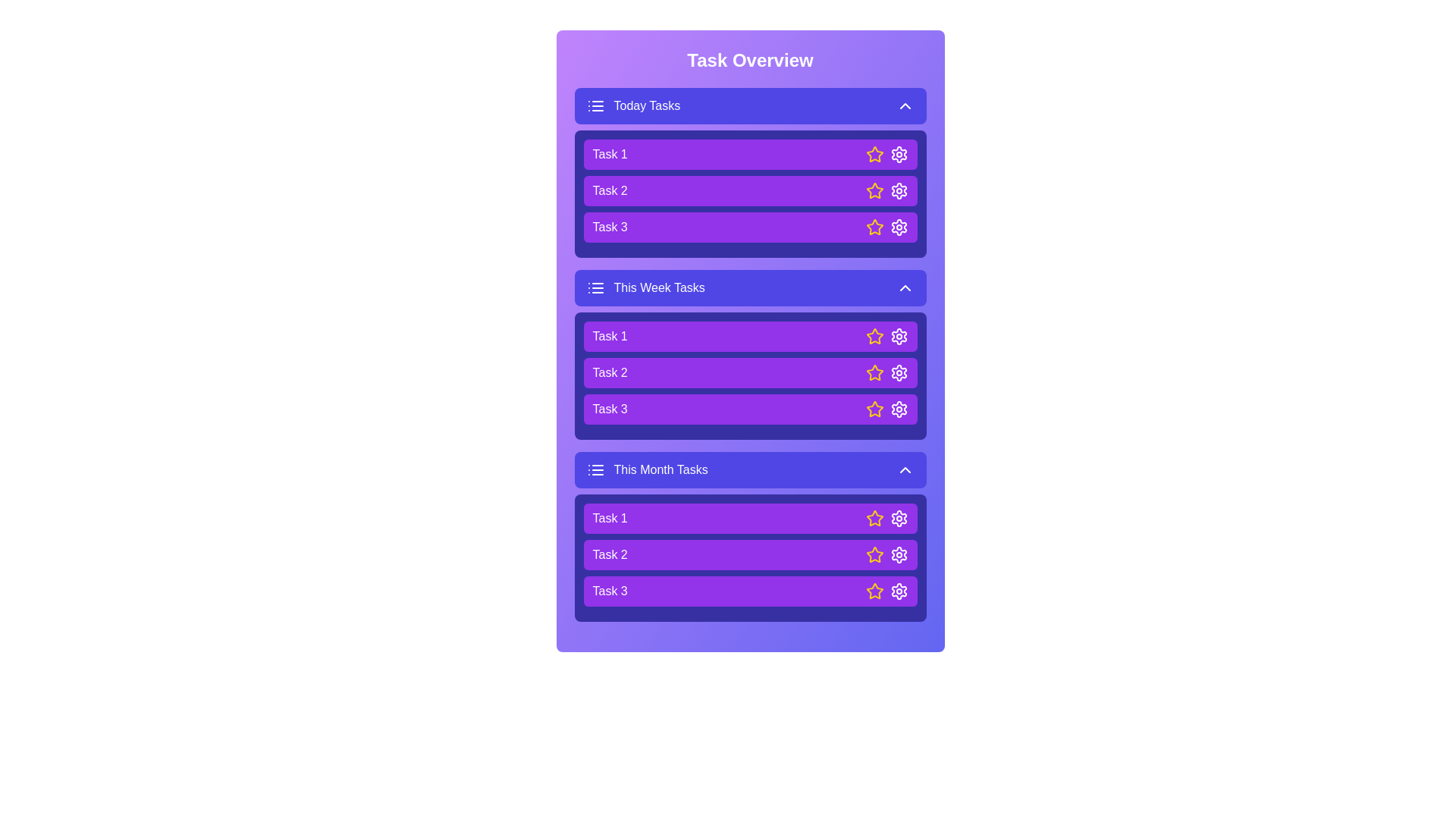 This screenshot has width=1456, height=819. I want to click on the settings icon of a task to configure it. Specify the task using the parameter Task 3, so click(899, 227).